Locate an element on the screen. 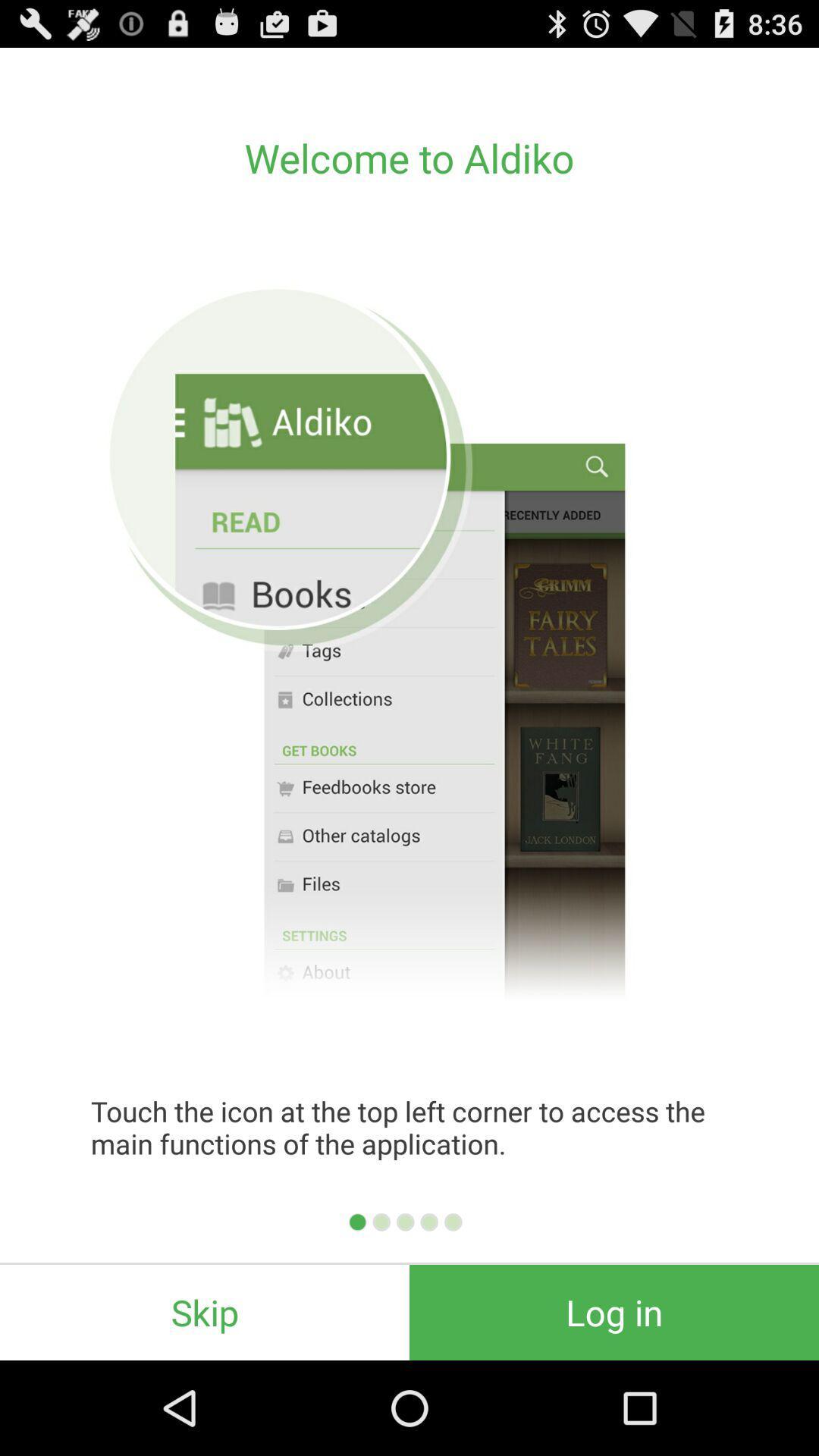 The image size is (819, 1456). the log in is located at coordinates (614, 1312).